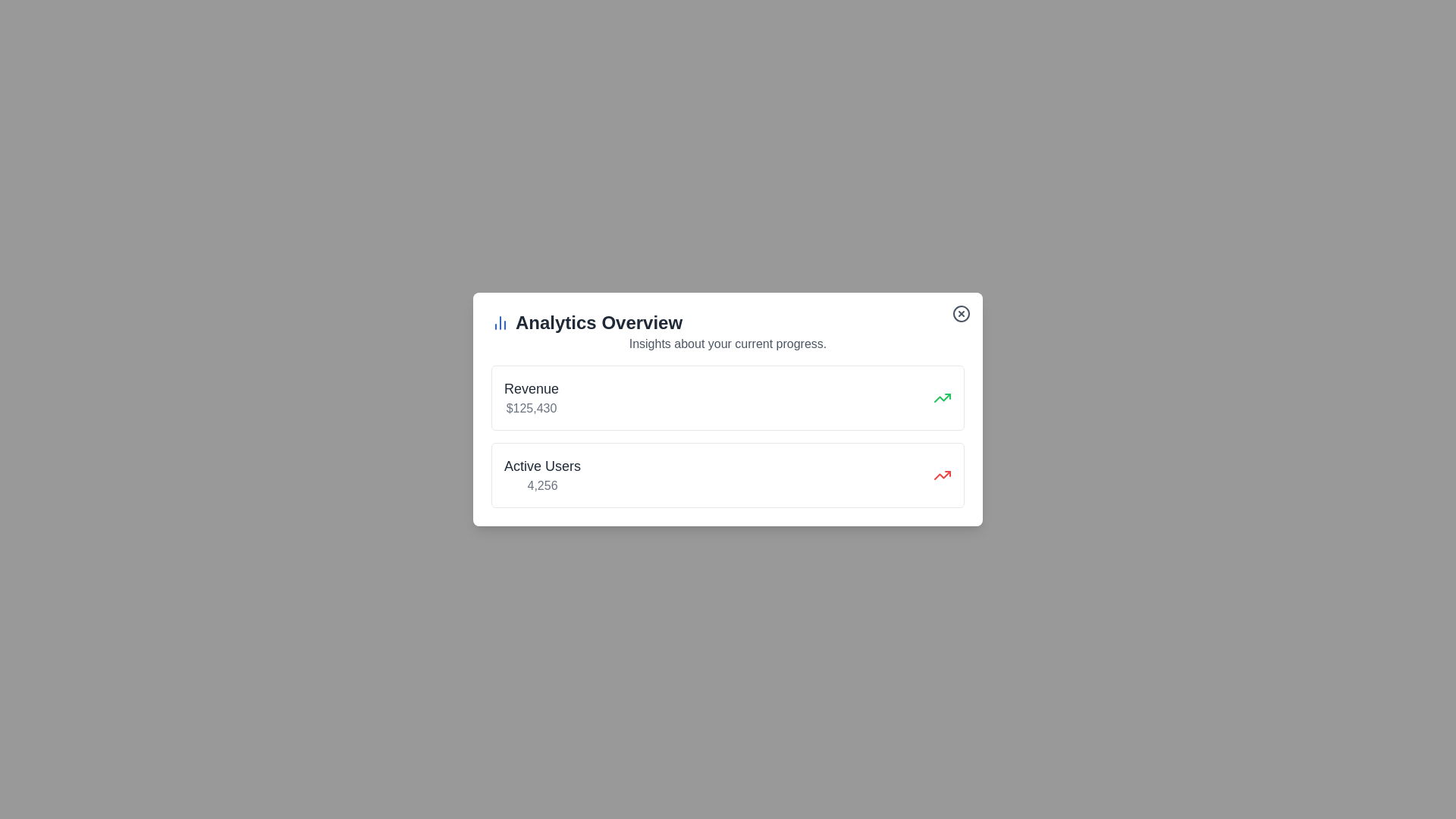 The width and height of the screenshot is (1456, 819). Describe the element at coordinates (531, 397) in the screenshot. I see `the text display element showing revenue information, located at the upper-left corner of its containing card` at that location.